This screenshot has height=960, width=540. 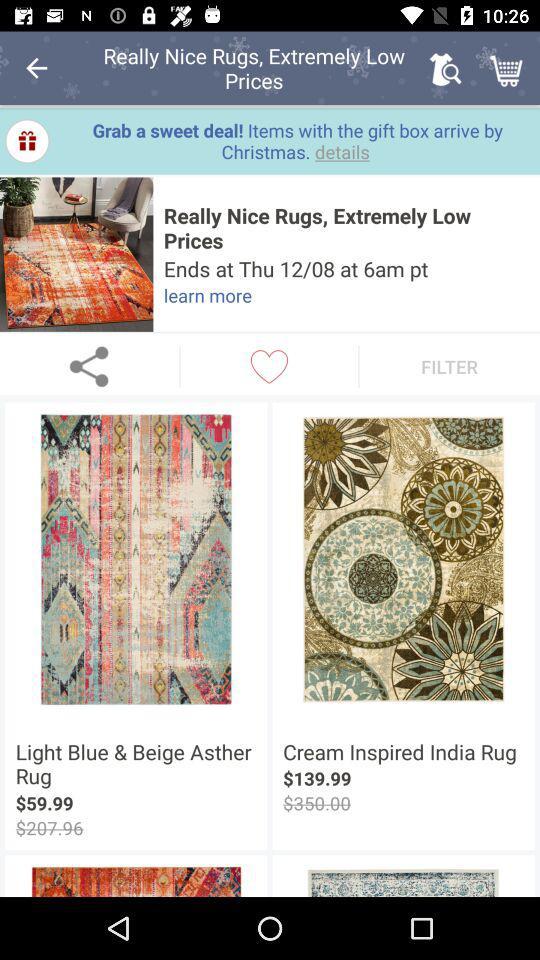 I want to click on the item above grab a sweet icon, so click(x=508, y=68).